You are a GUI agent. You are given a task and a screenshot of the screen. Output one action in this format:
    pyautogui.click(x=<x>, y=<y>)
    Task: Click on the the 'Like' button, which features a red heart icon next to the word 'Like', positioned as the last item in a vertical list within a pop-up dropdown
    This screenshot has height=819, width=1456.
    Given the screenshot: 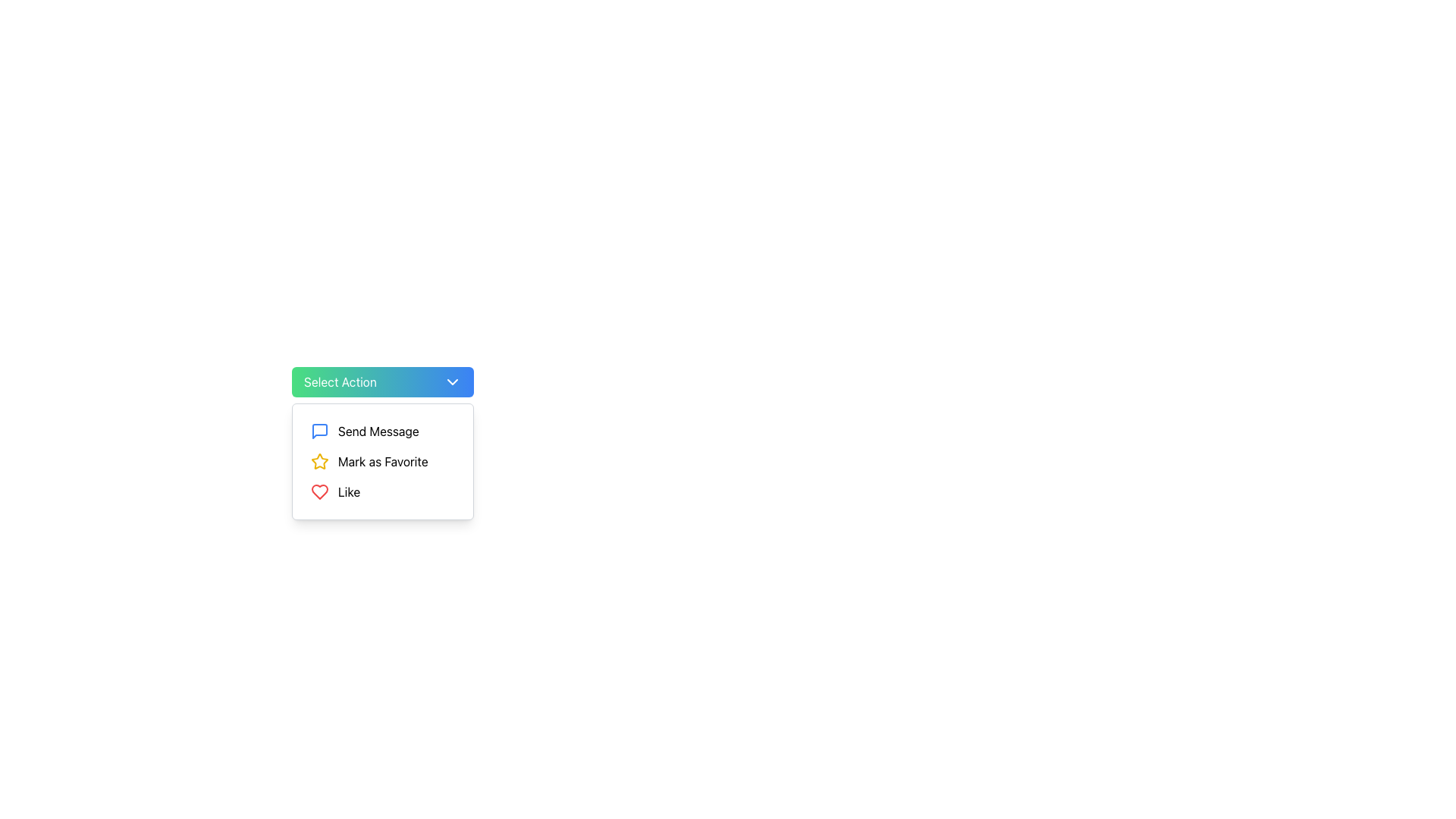 What is the action you would take?
    pyautogui.click(x=382, y=491)
    